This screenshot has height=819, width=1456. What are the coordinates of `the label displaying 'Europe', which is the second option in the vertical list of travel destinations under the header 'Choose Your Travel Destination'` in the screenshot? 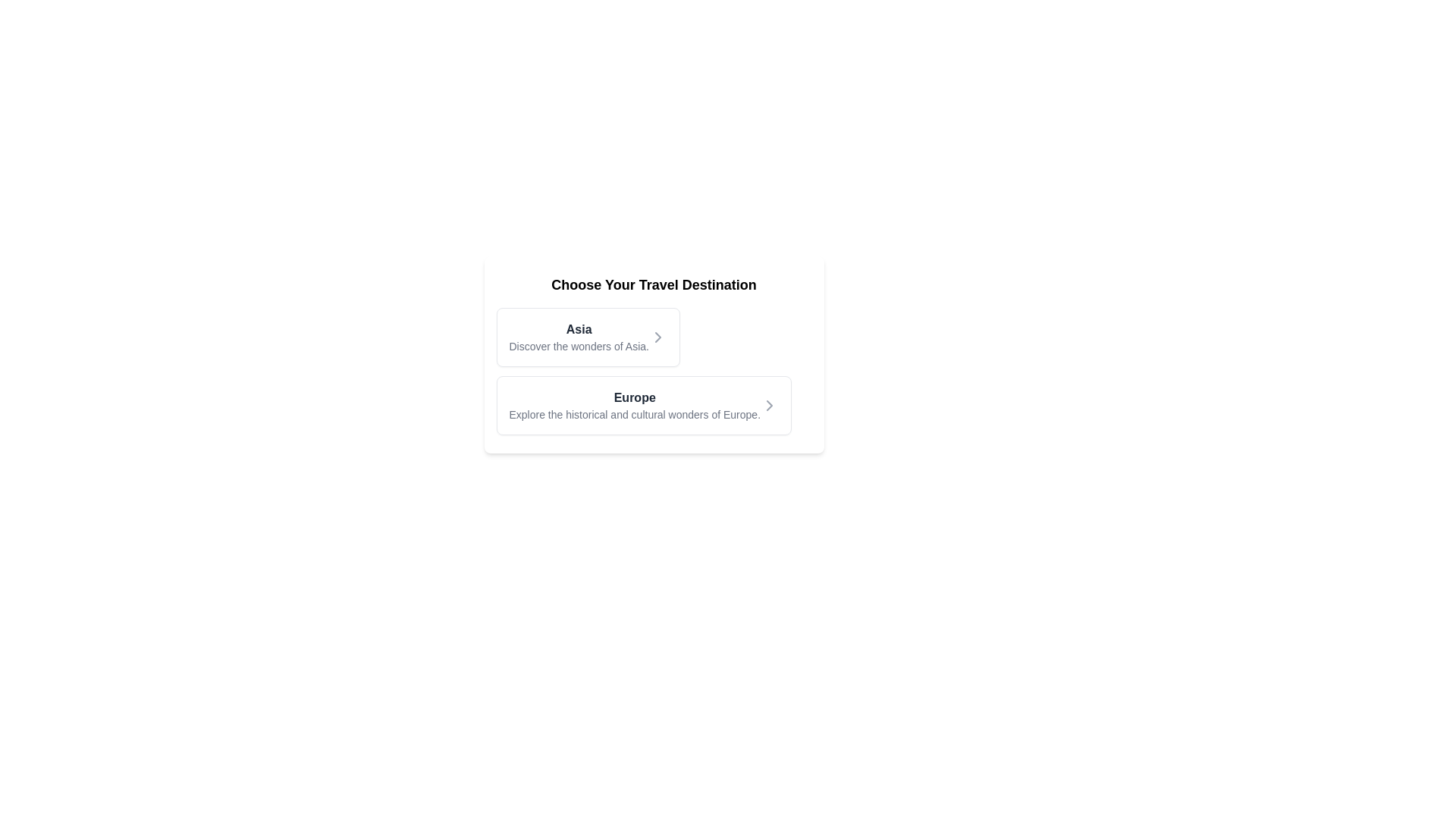 It's located at (635, 405).